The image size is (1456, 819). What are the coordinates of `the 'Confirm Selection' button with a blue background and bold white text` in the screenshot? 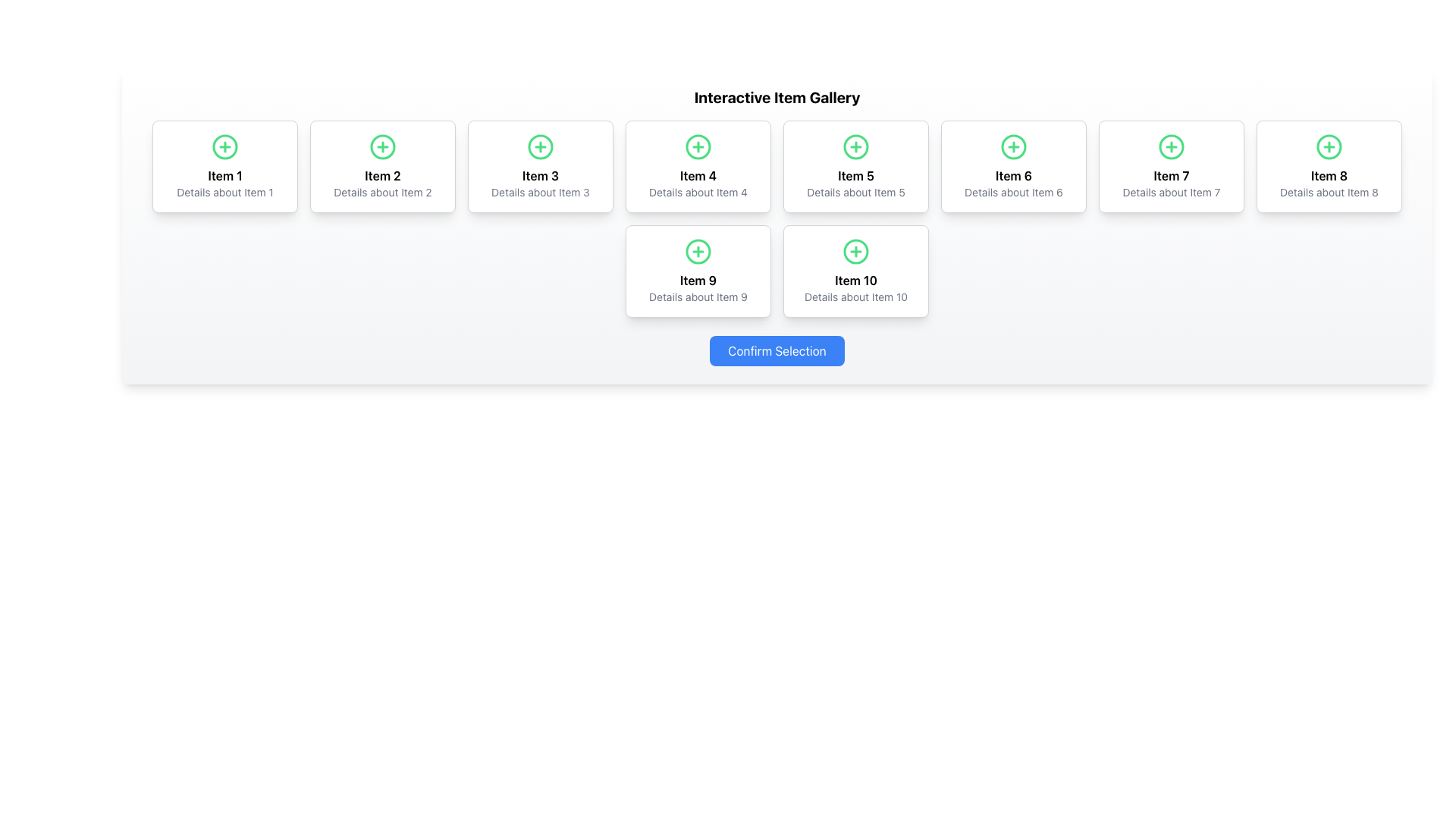 It's located at (777, 350).